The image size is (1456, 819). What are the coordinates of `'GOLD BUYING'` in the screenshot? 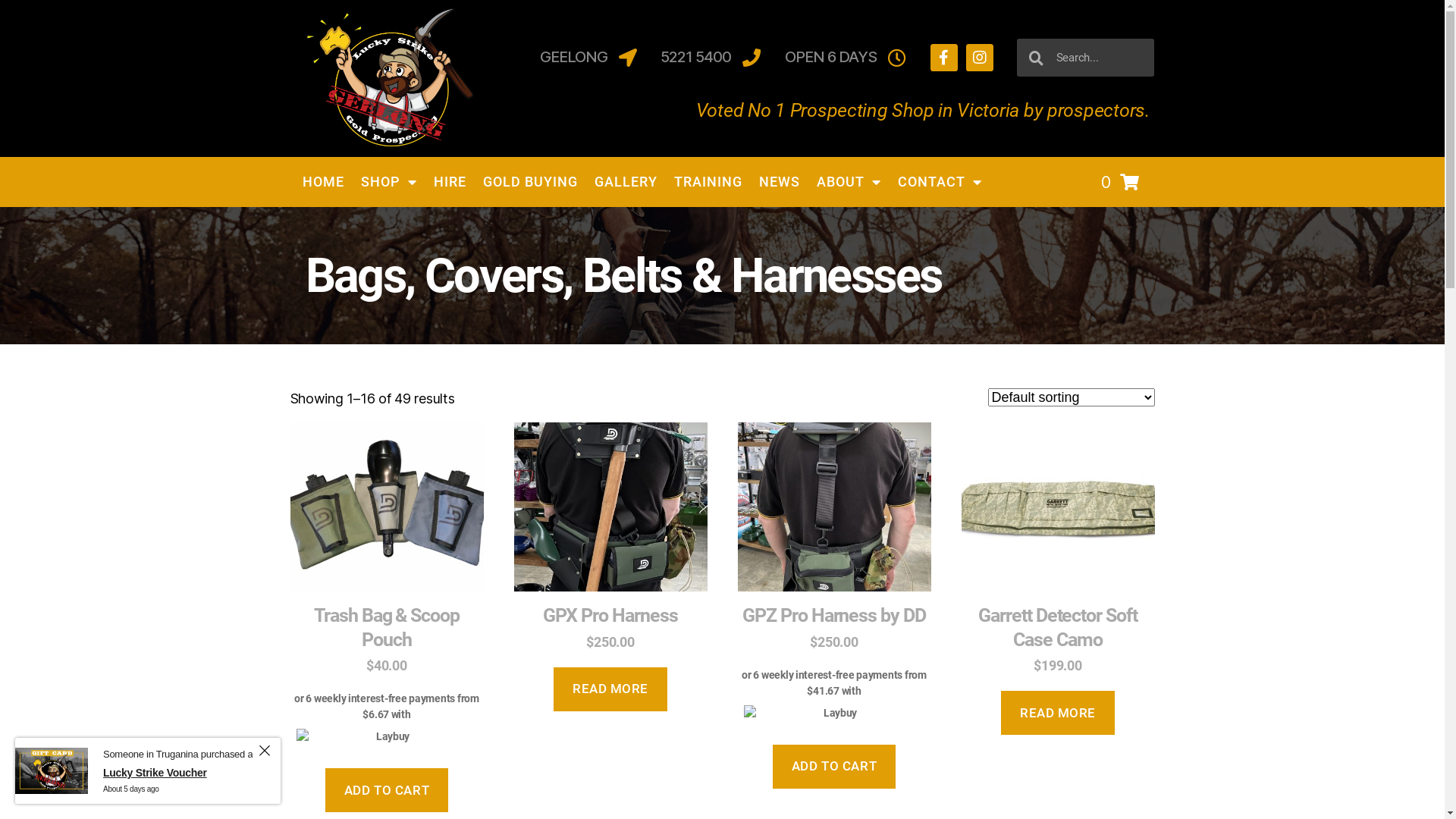 It's located at (530, 180).